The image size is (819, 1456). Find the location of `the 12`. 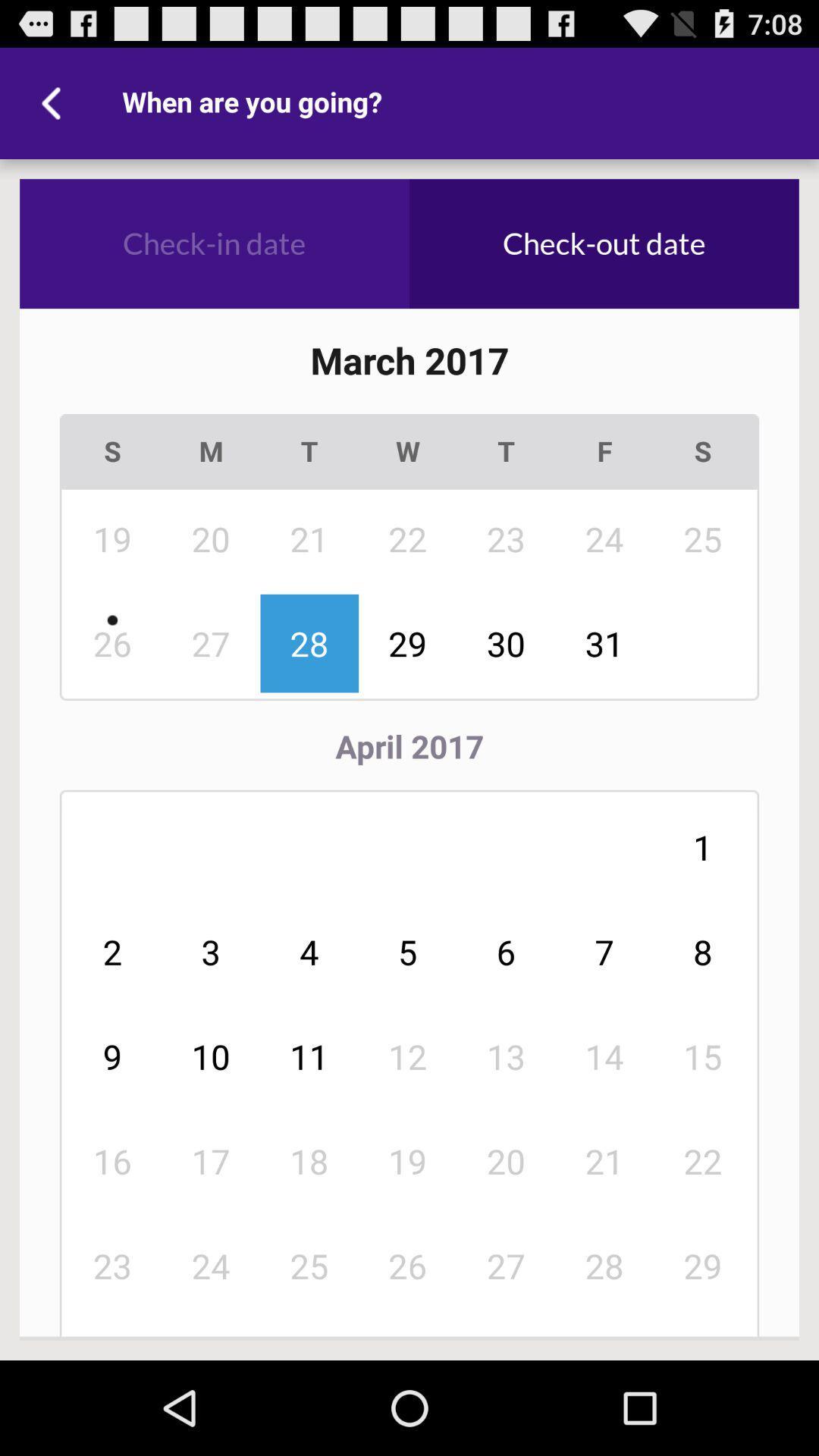

the 12 is located at coordinates (407, 1056).